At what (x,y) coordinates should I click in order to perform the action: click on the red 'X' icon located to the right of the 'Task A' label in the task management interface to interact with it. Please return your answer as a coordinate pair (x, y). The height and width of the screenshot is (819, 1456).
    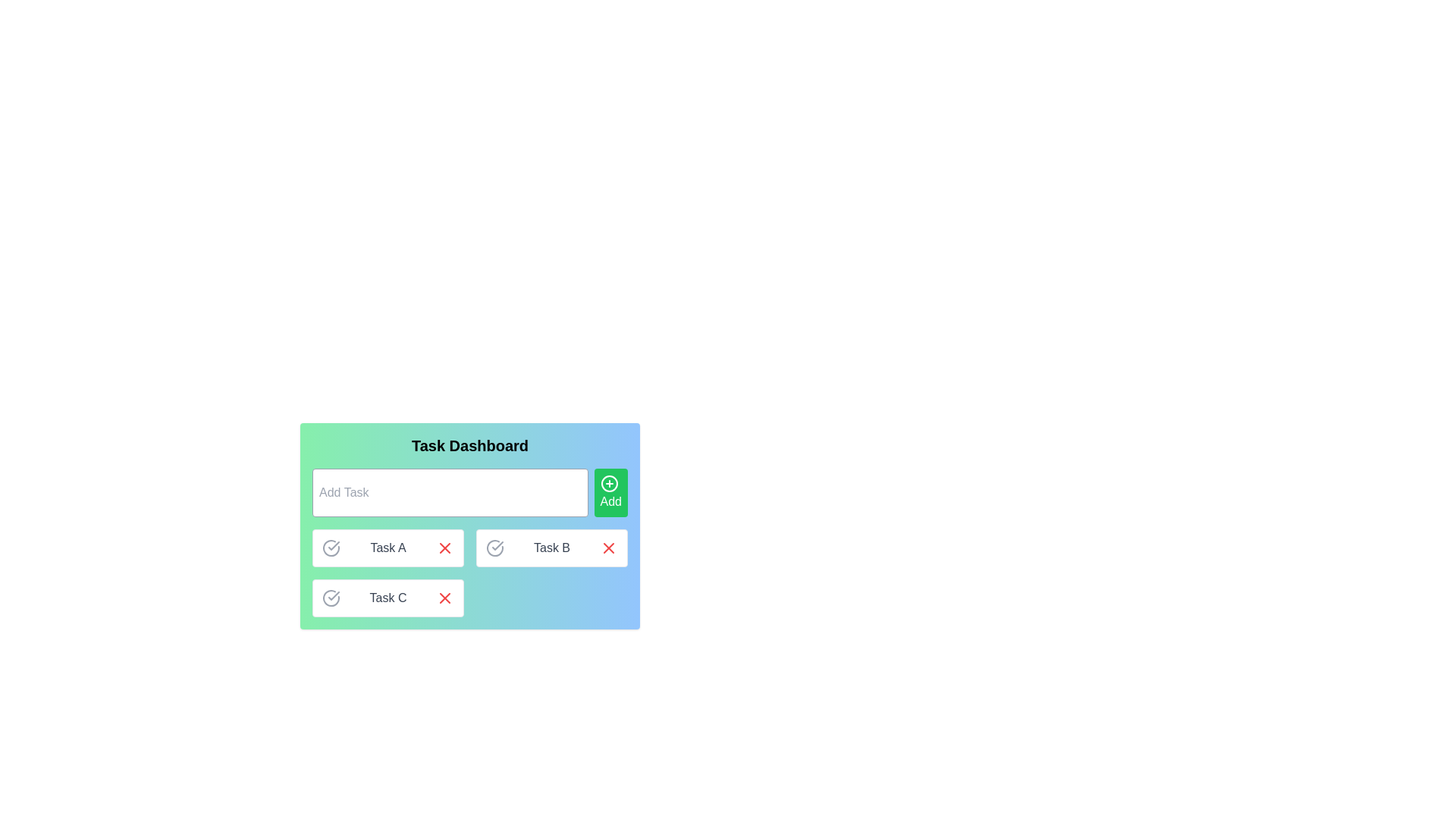
    Looking at the image, I should click on (444, 548).